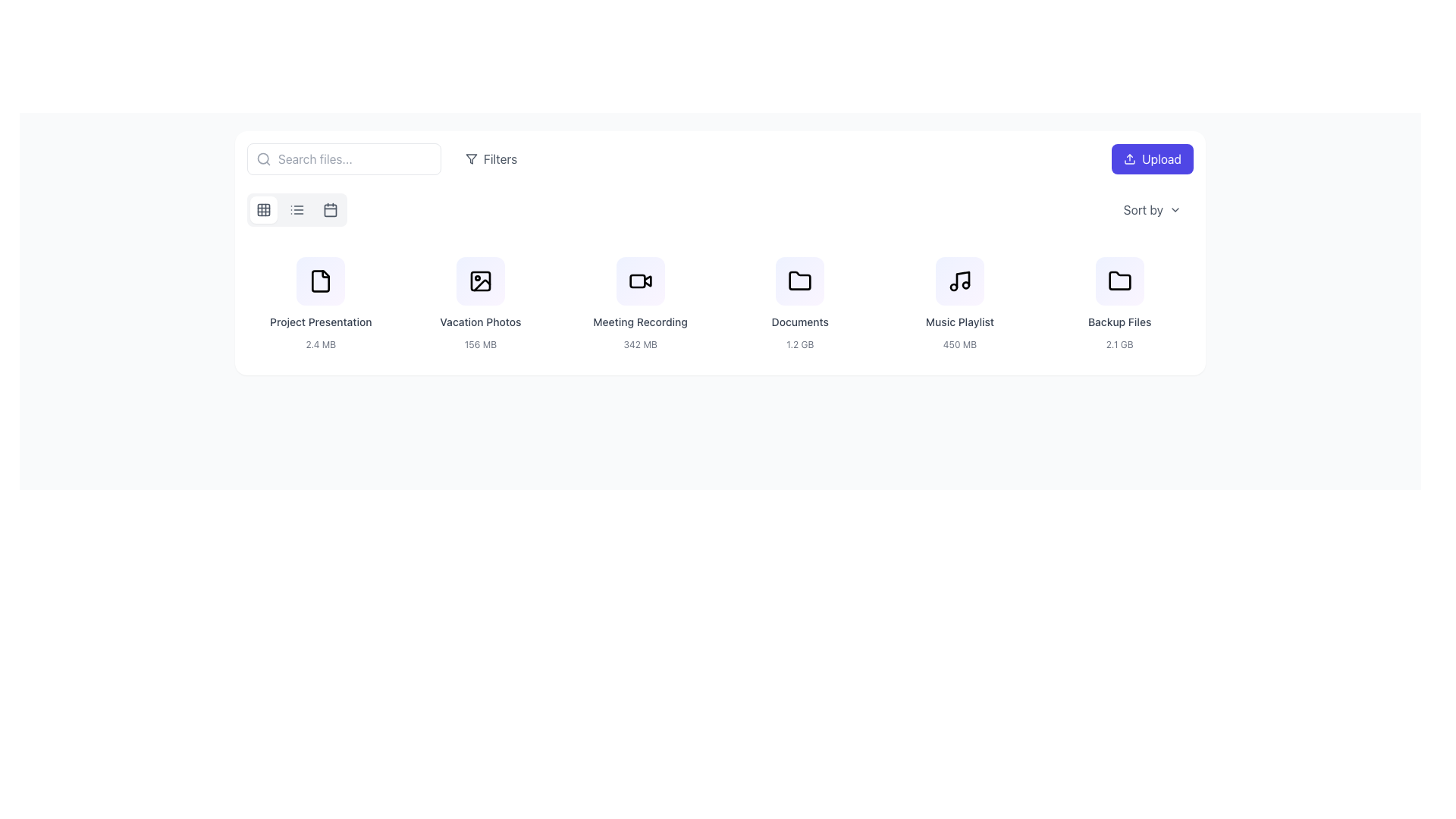  What do you see at coordinates (263, 210) in the screenshot?
I see `Grid icon component, which is a small gray square with rounded corners located in the top-left portion of the interface, specifically in the first row and first column of a 3x3 grid icon` at bounding box center [263, 210].